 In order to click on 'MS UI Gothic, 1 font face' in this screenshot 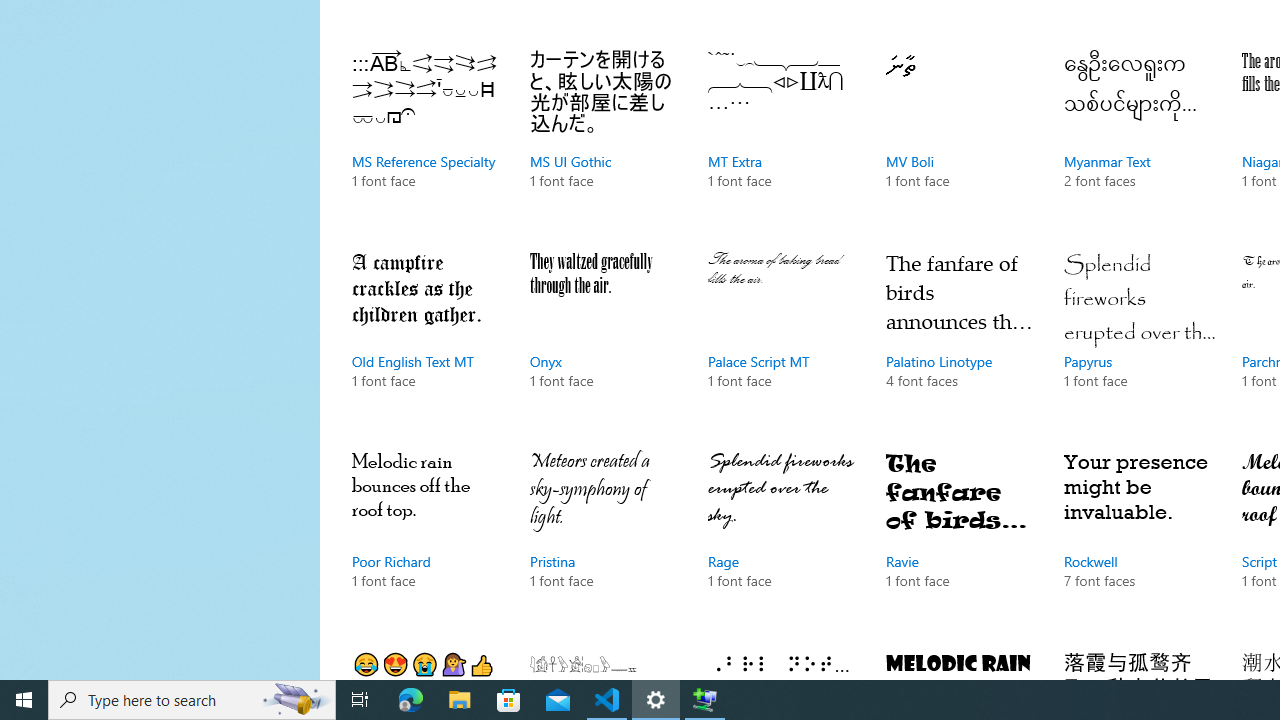, I will do `click(603, 139)`.